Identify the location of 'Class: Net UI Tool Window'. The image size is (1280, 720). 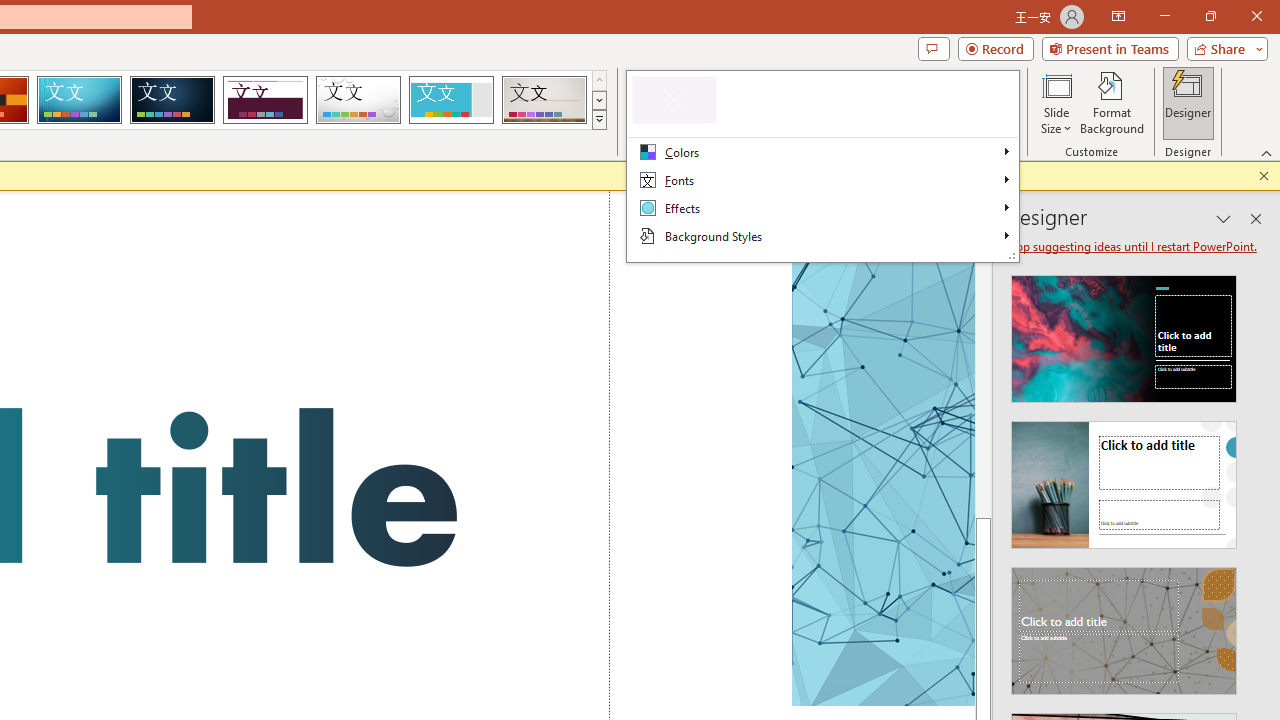
(823, 165).